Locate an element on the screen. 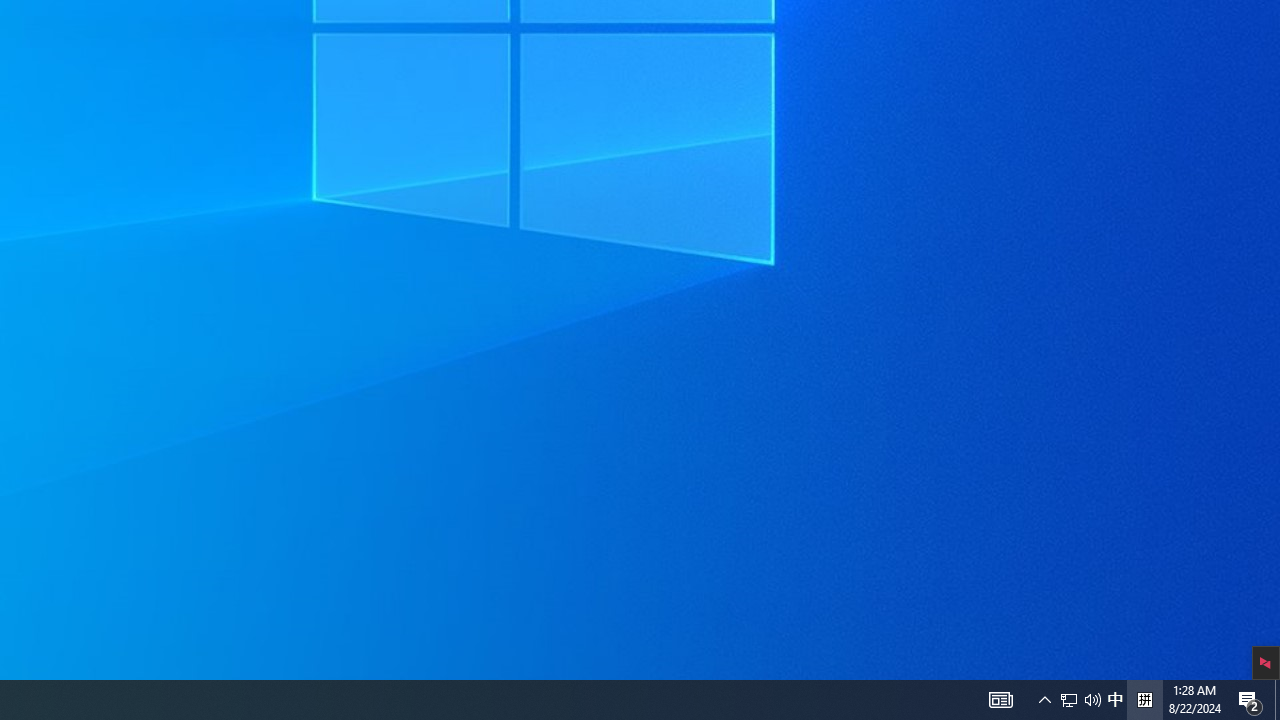  'Action Center, 2 new notifications' is located at coordinates (1250, 698).